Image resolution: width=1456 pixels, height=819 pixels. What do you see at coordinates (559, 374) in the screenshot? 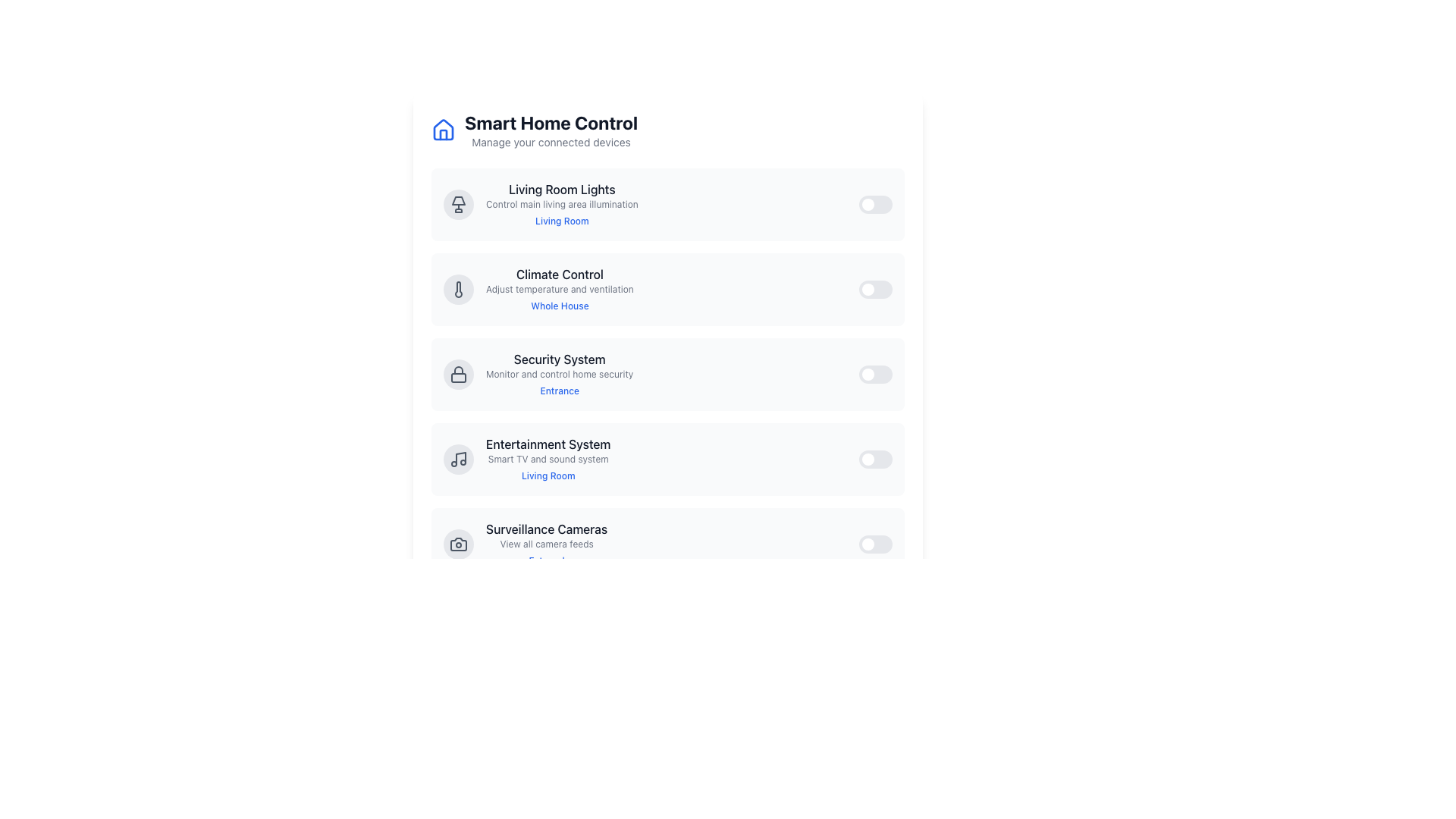
I see `the third item in the informational list that provides details about the security system of the smart home, located slightly right of the lock symbol icon` at bounding box center [559, 374].